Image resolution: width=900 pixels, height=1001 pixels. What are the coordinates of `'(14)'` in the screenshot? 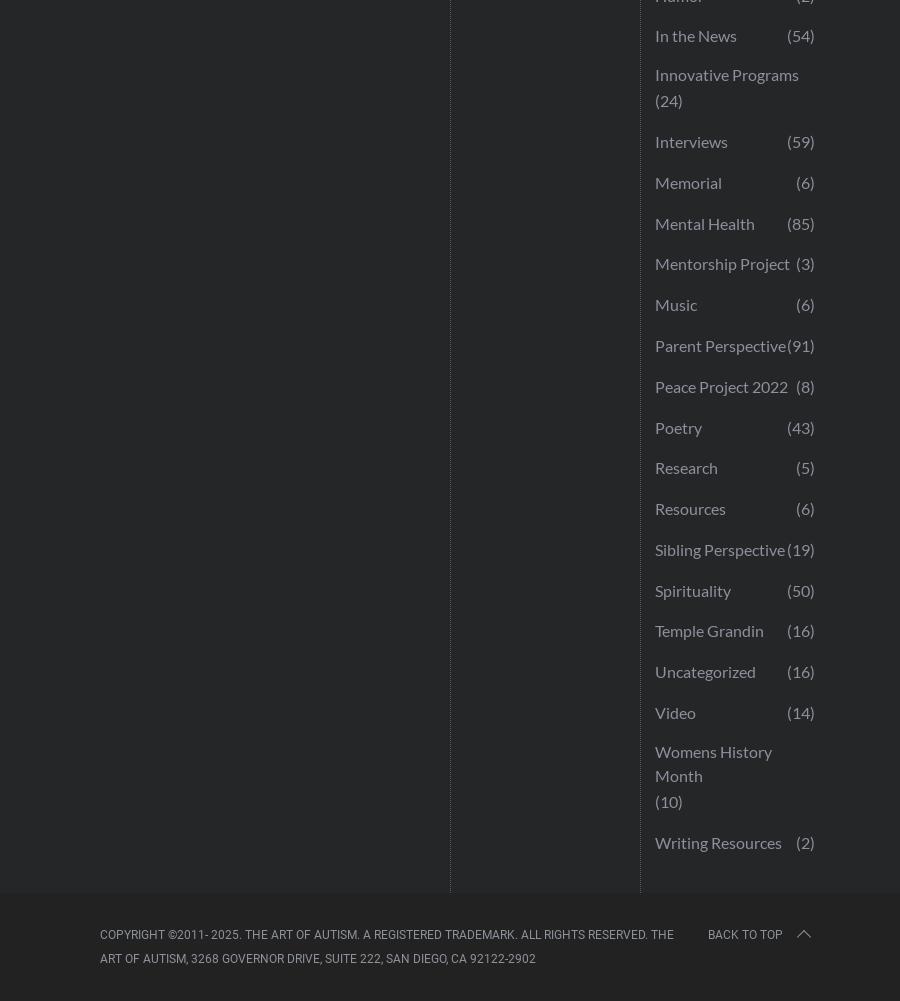 It's located at (801, 710).